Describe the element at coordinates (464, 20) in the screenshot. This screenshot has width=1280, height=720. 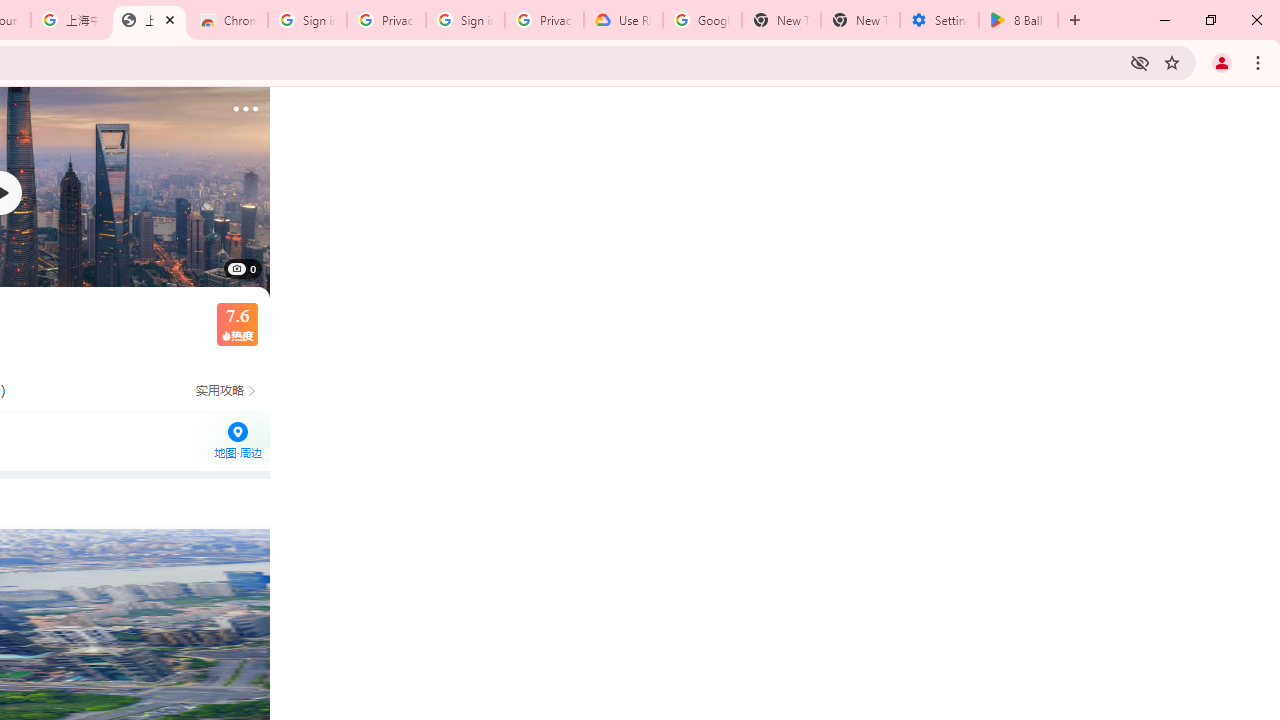
I see `'Sign in - Google Accounts'` at that location.